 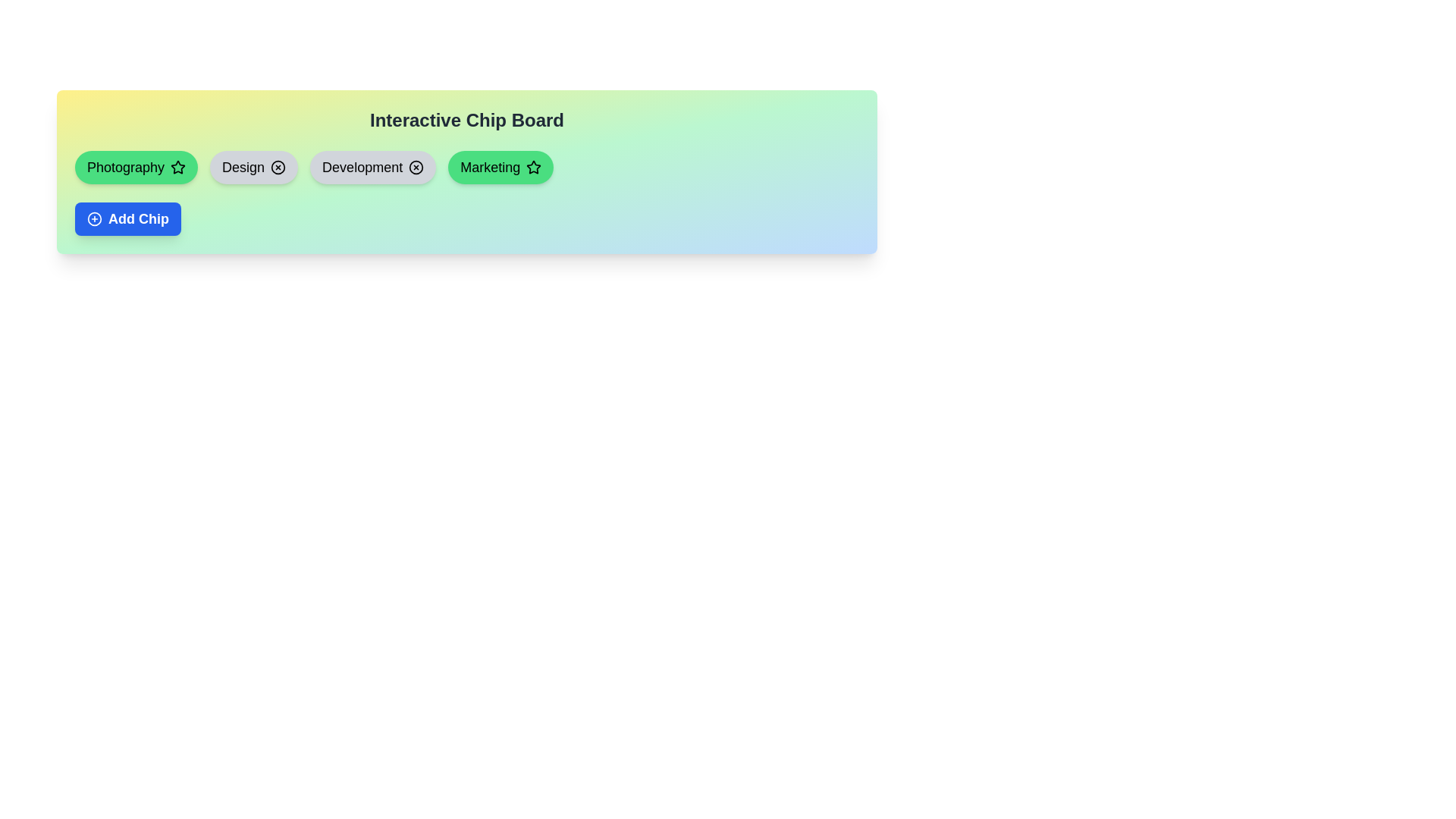 What do you see at coordinates (278, 167) in the screenshot?
I see `the outer circle of the 'Design' chip icon, which signifies a specific feature or status related to the 'Design' category` at bounding box center [278, 167].